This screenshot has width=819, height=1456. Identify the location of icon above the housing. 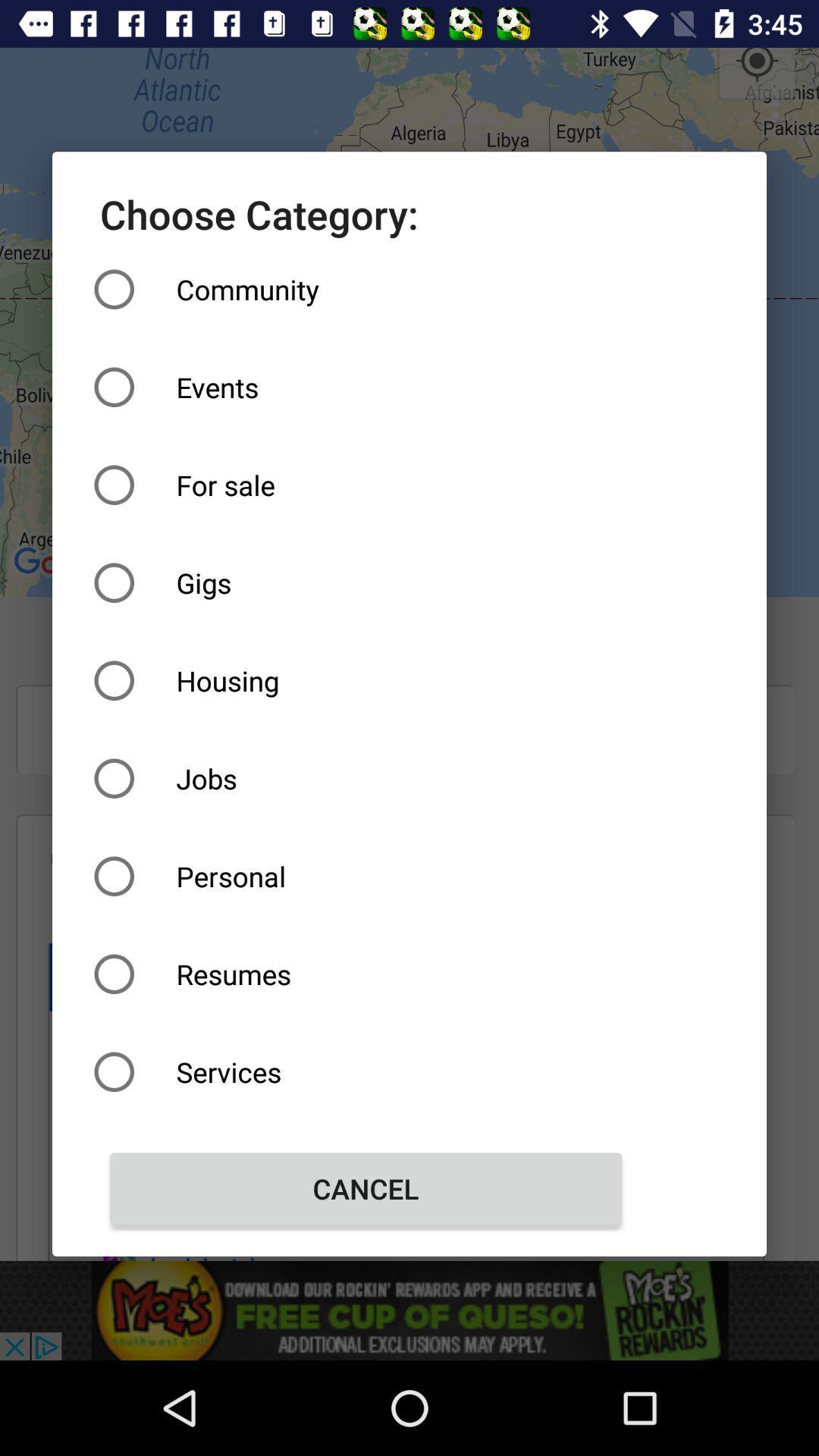
(366, 582).